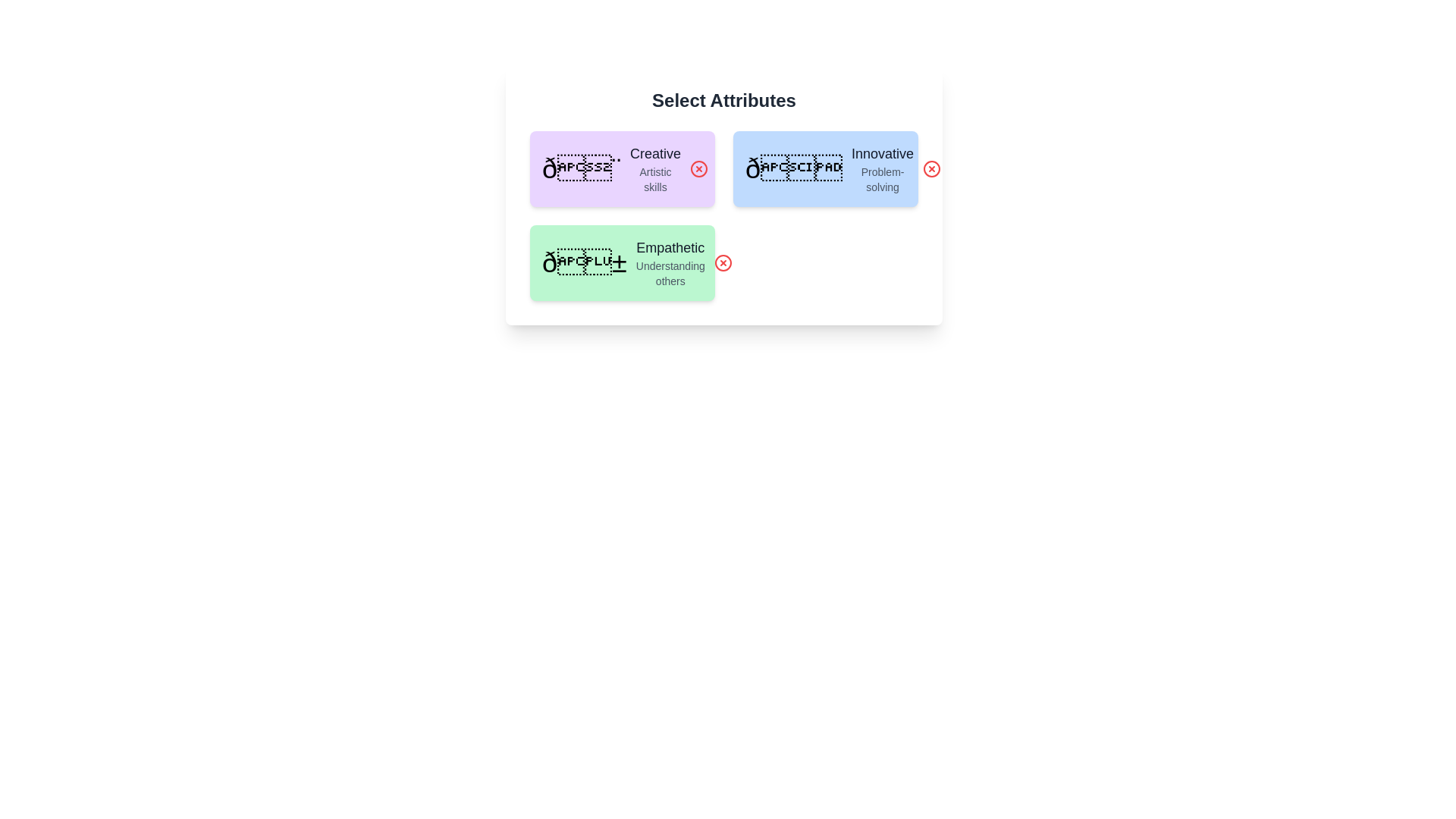 The height and width of the screenshot is (819, 1456). I want to click on remove button for the attribute labeled Empathetic, so click(722, 262).